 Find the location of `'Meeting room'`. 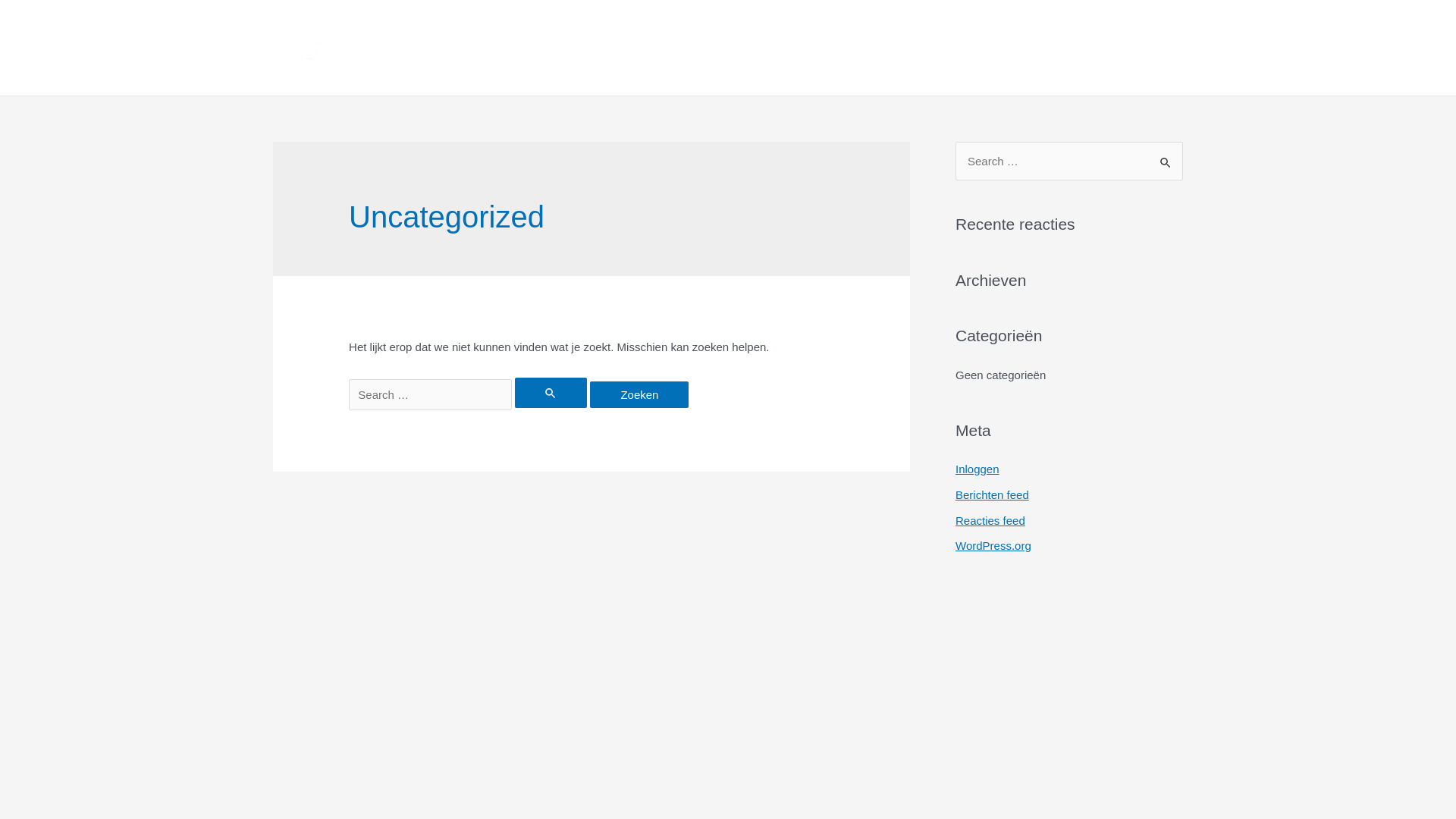

'Meeting room' is located at coordinates (804, 46).